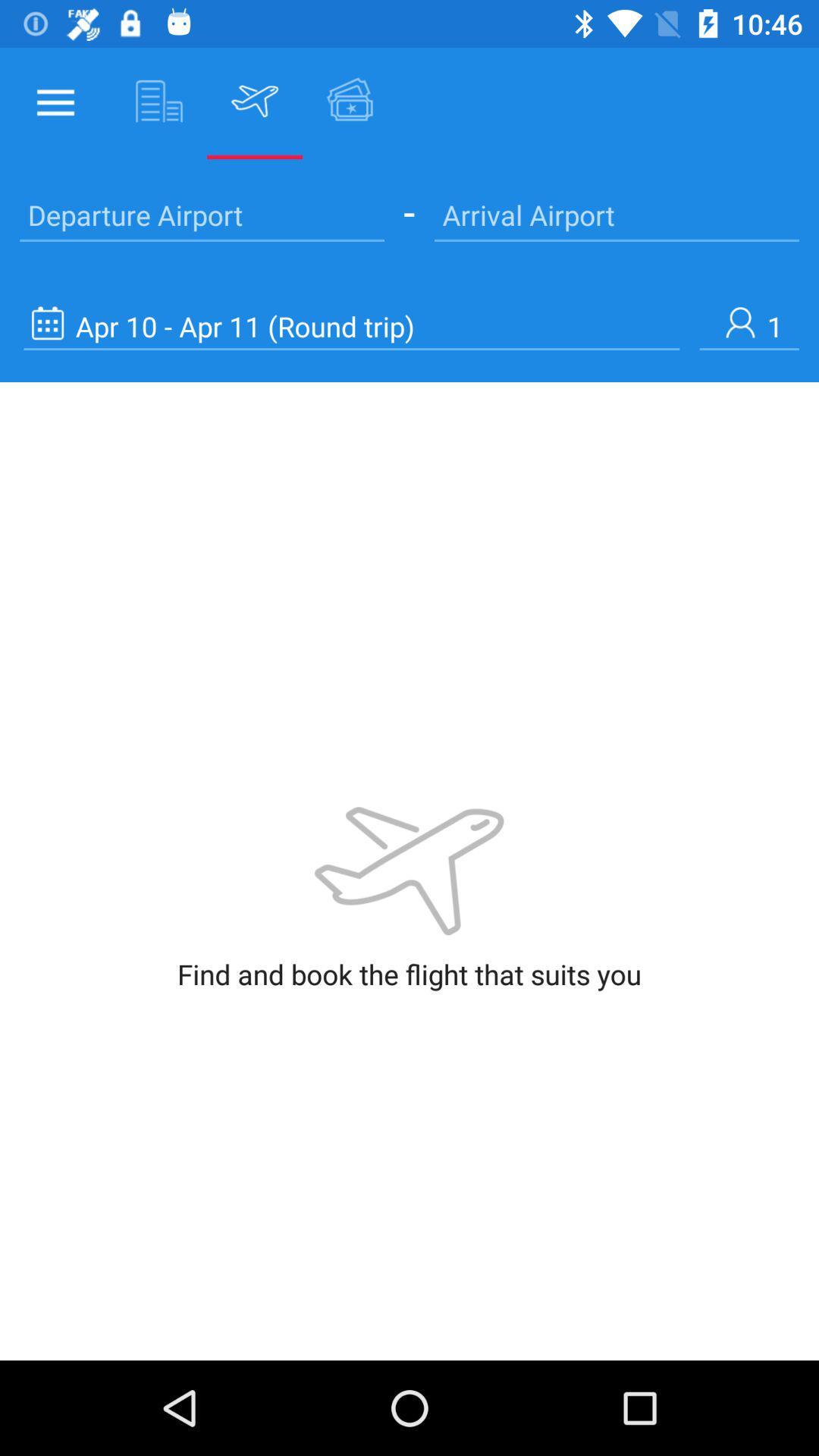 The image size is (819, 1456). What do you see at coordinates (254, 100) in the screenshot?
I see `the third icon at top left corner of the page` at bounding box center [254, 100].